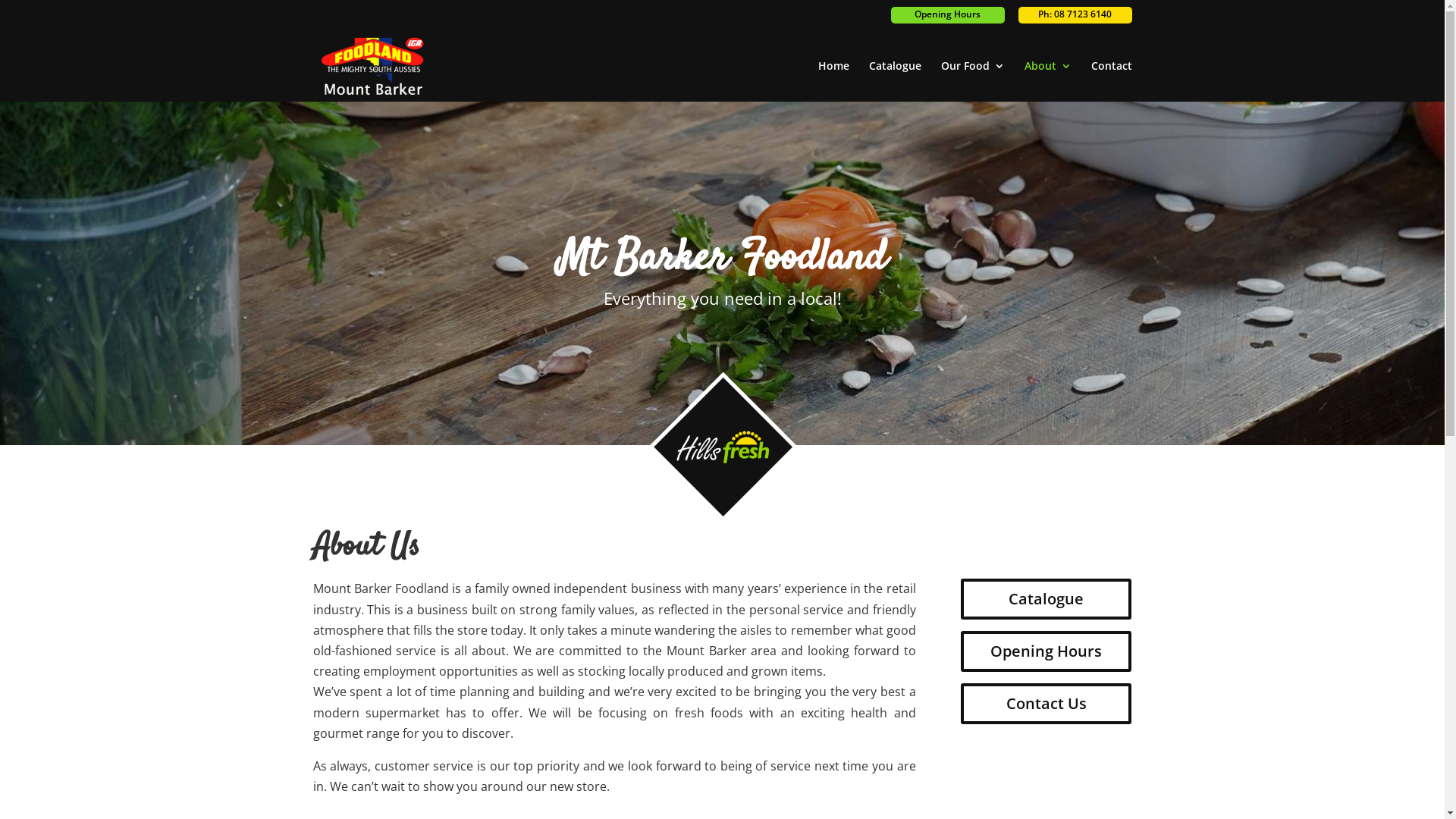  I want to click on 'Catalogue', so click(895, 81).